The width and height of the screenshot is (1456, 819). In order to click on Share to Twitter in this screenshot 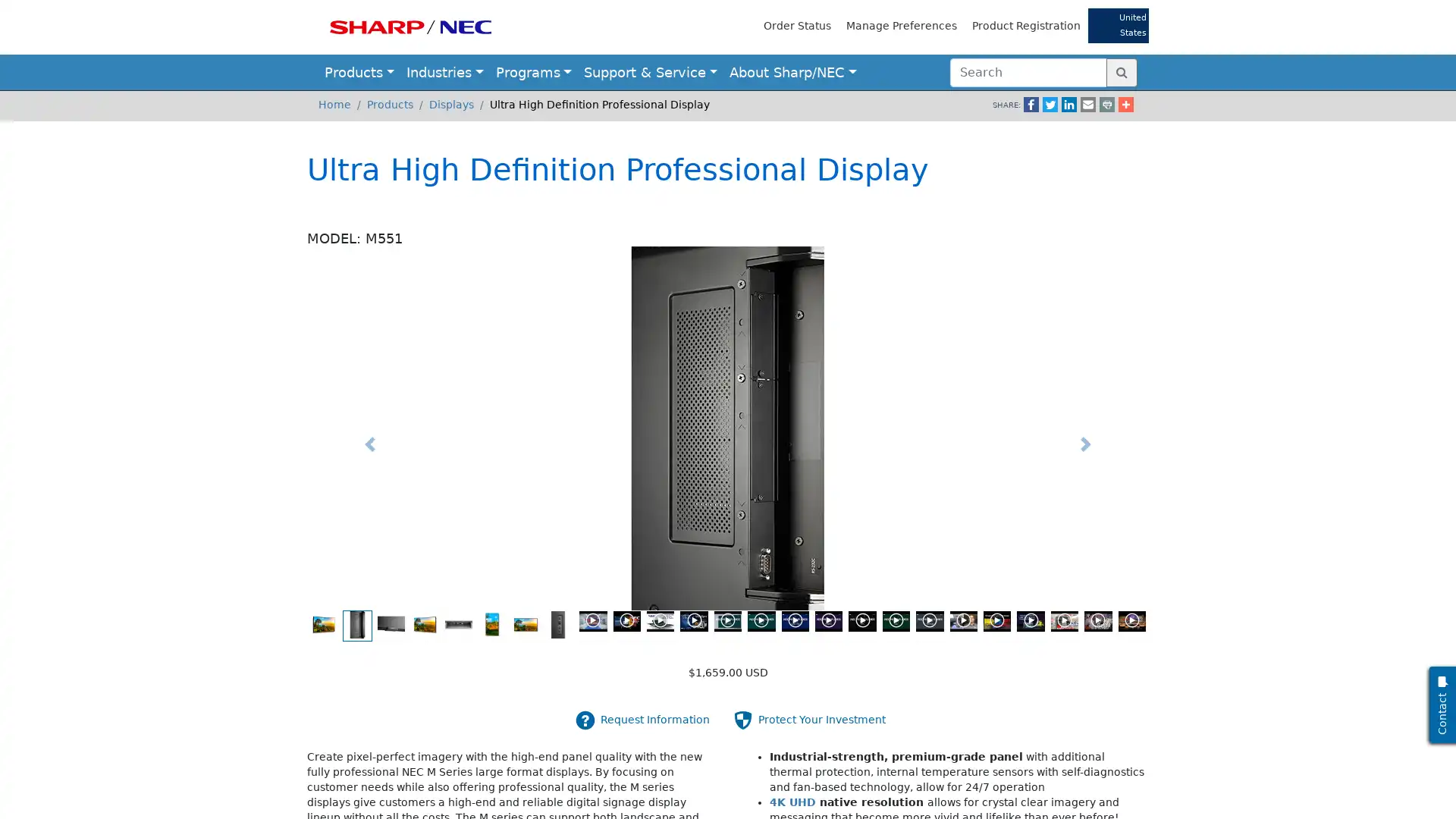, I will do `click(1027, 104)`.